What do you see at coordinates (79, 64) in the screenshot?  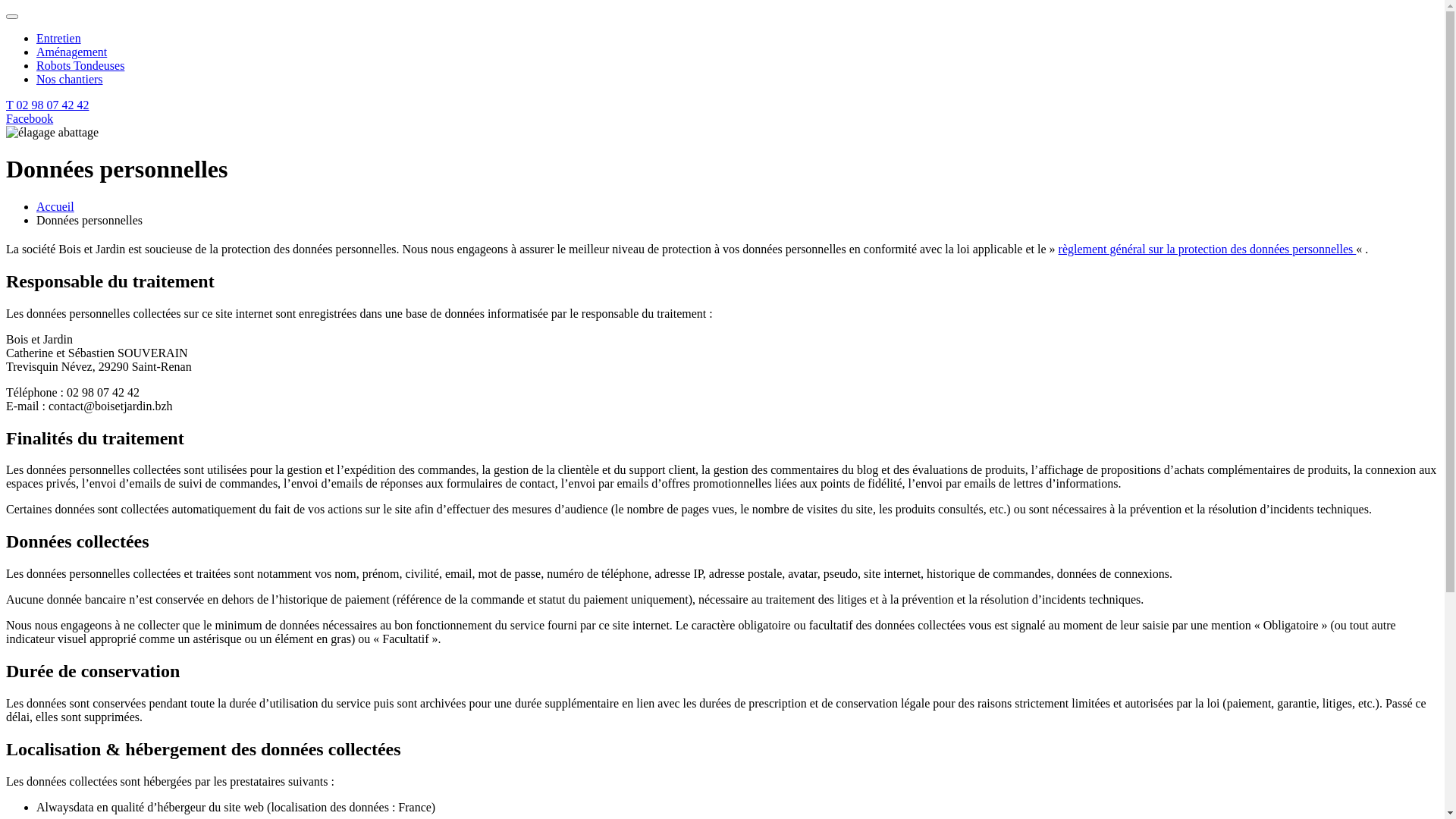 I see `'Robots Tondeuses'` at bounding box center [79, 64].